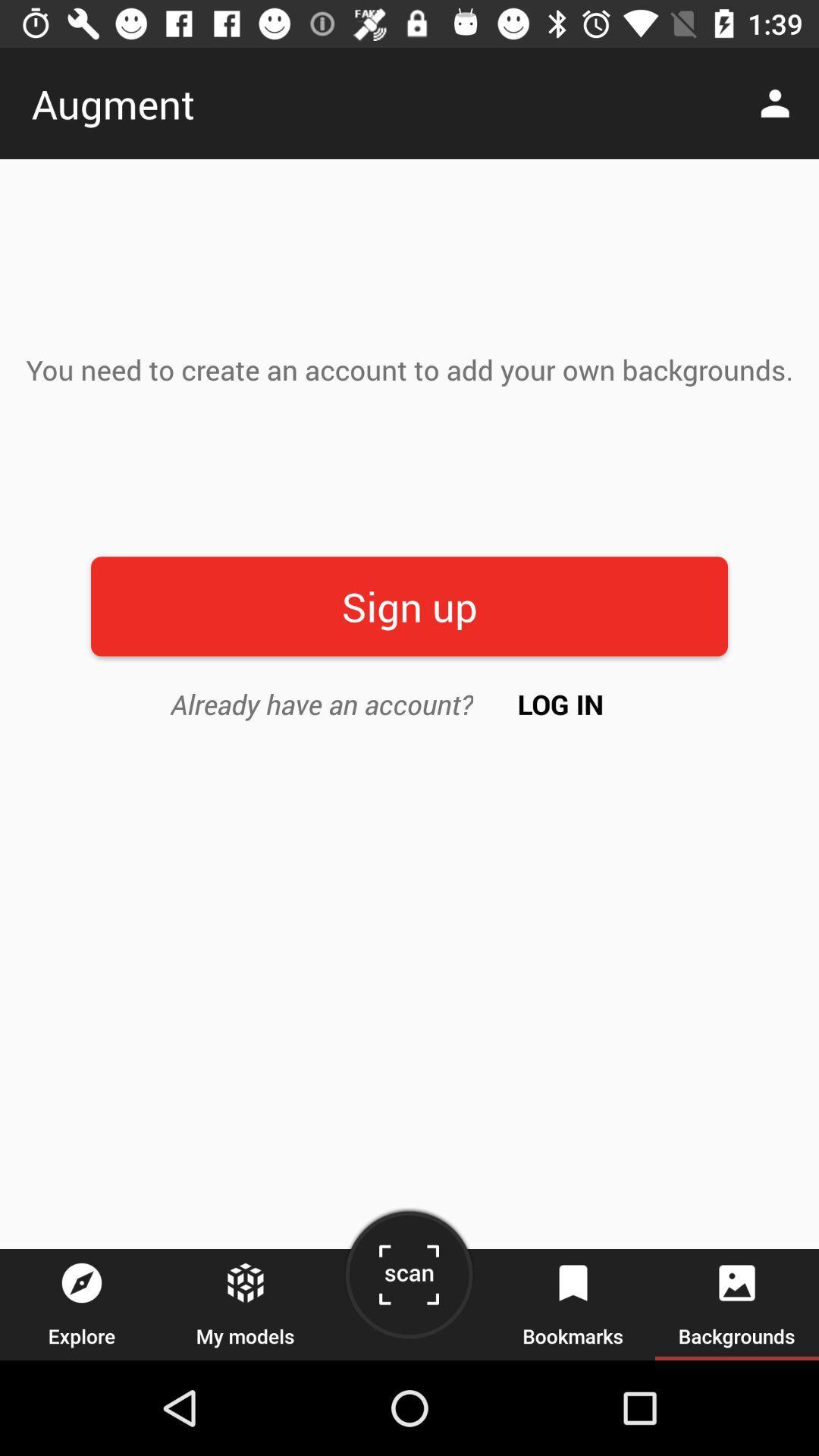  I want to click on item below the you need to, so click(409, 605).